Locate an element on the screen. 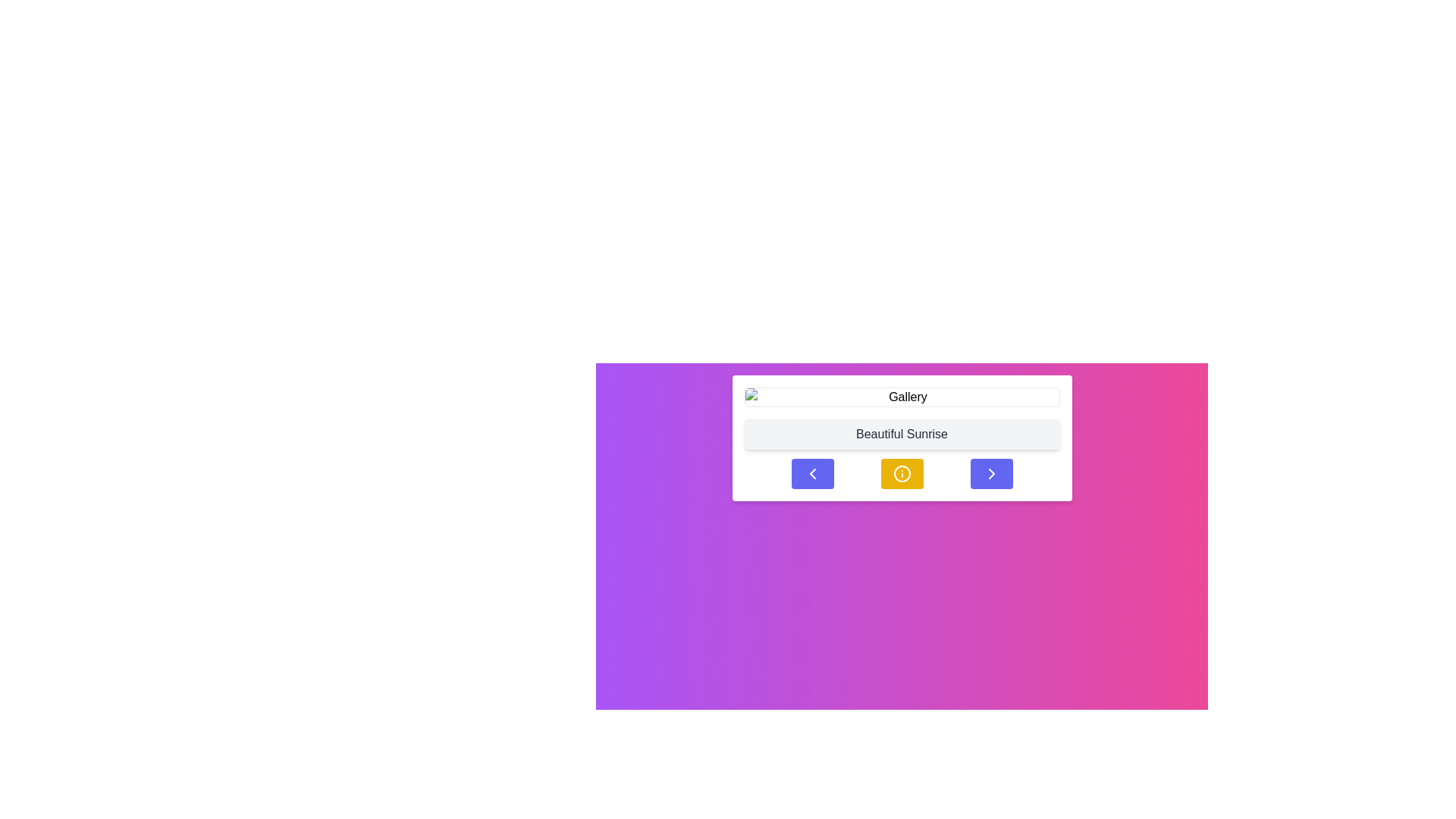  the distinct circular yellow button, which is centrally located below the text 'Beautiful Sunrise' and above the main gradient background is located at coordinates (902, 472).